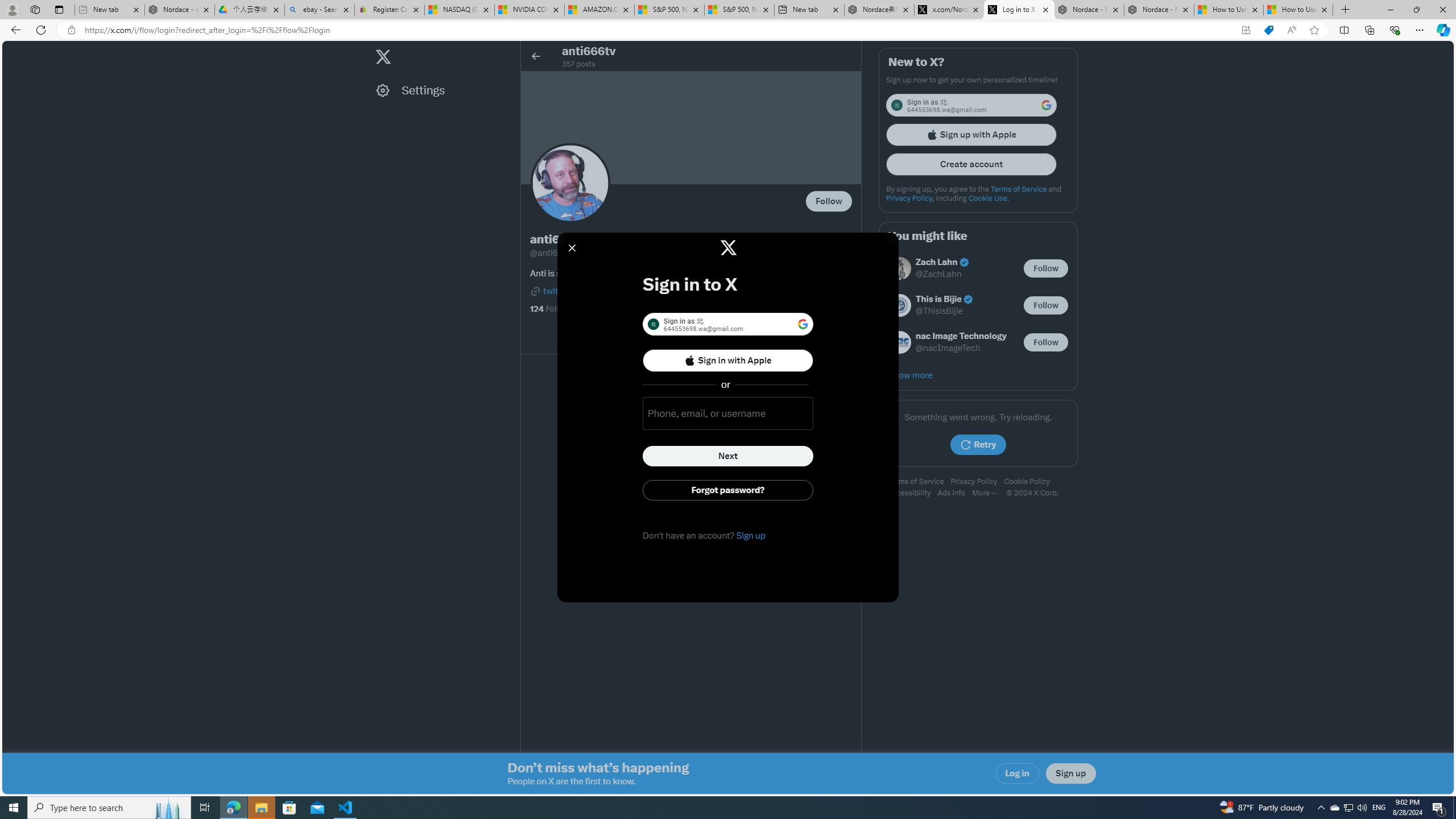 The height and width of the screenshot is (819, 1456). What do you see at coordinates (1298, 9) in the screenshot?
I see `'How to Use a Monitor With Your Closed Laptop'` at bounding box center [1298, 9].